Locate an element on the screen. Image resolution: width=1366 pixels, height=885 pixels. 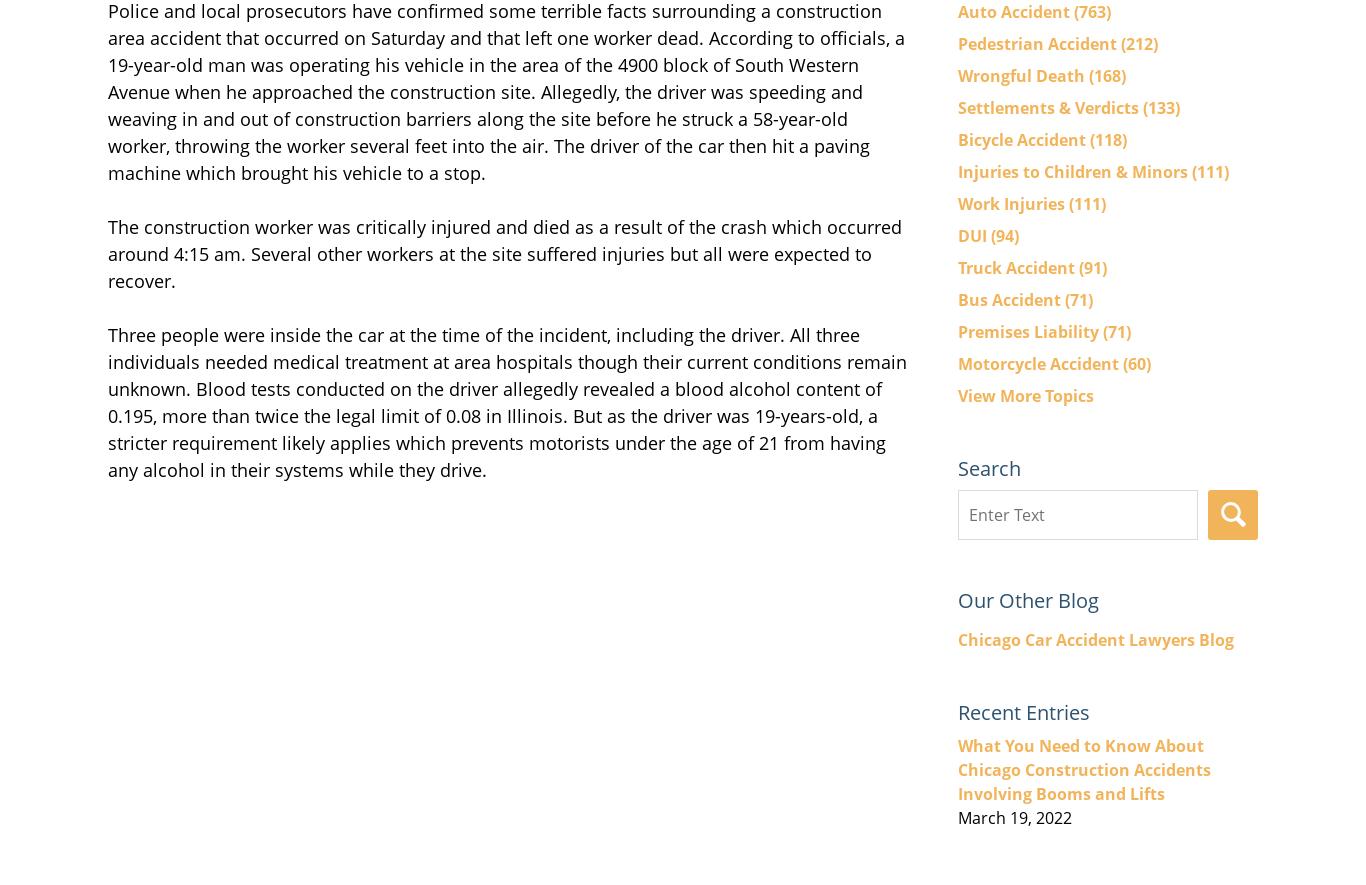
'Auto Accident' is located at coordinates (1016, 10).